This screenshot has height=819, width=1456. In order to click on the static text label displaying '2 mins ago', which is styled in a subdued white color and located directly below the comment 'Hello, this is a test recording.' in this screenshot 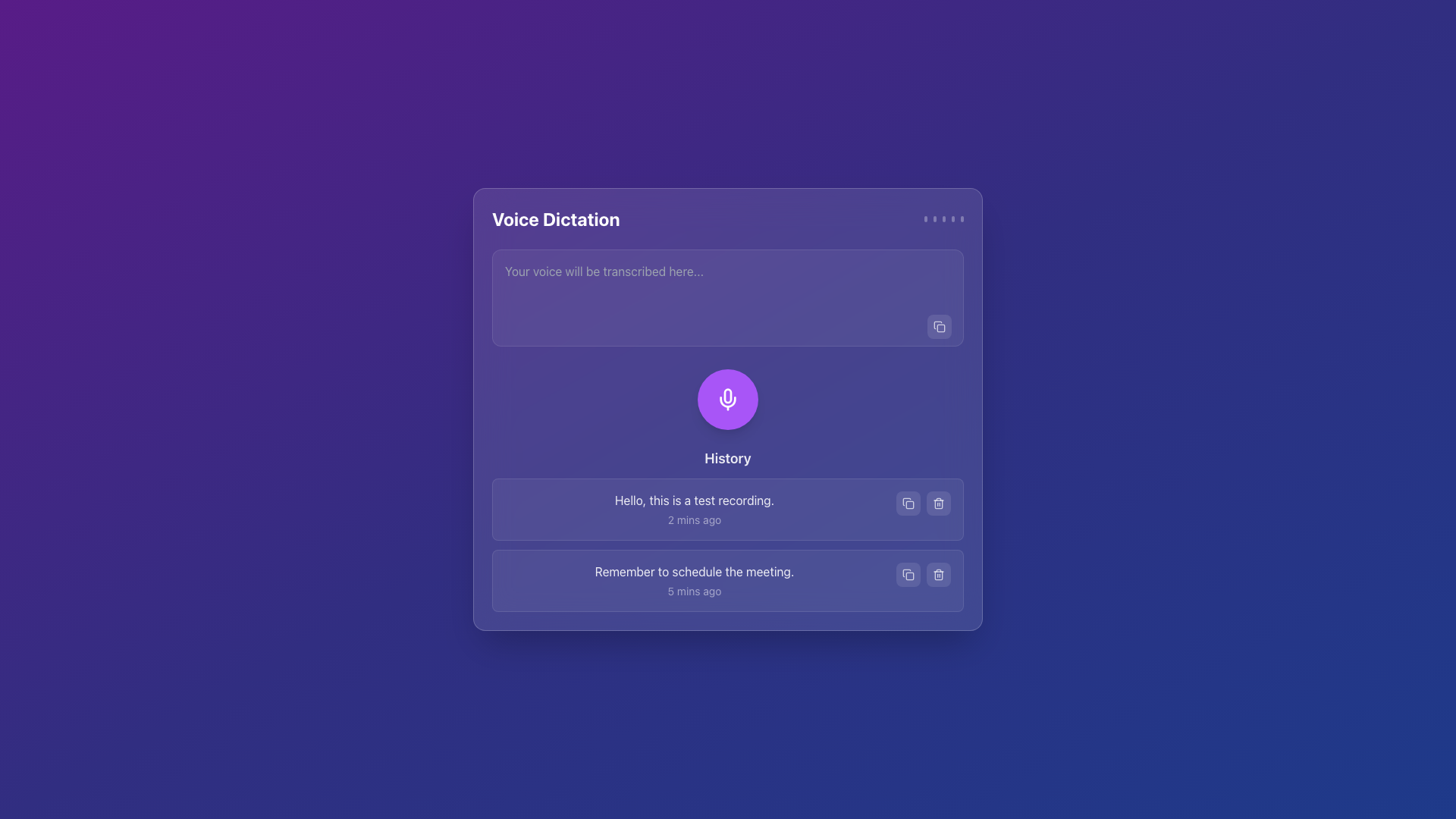, I will do `click(694, 519)`.